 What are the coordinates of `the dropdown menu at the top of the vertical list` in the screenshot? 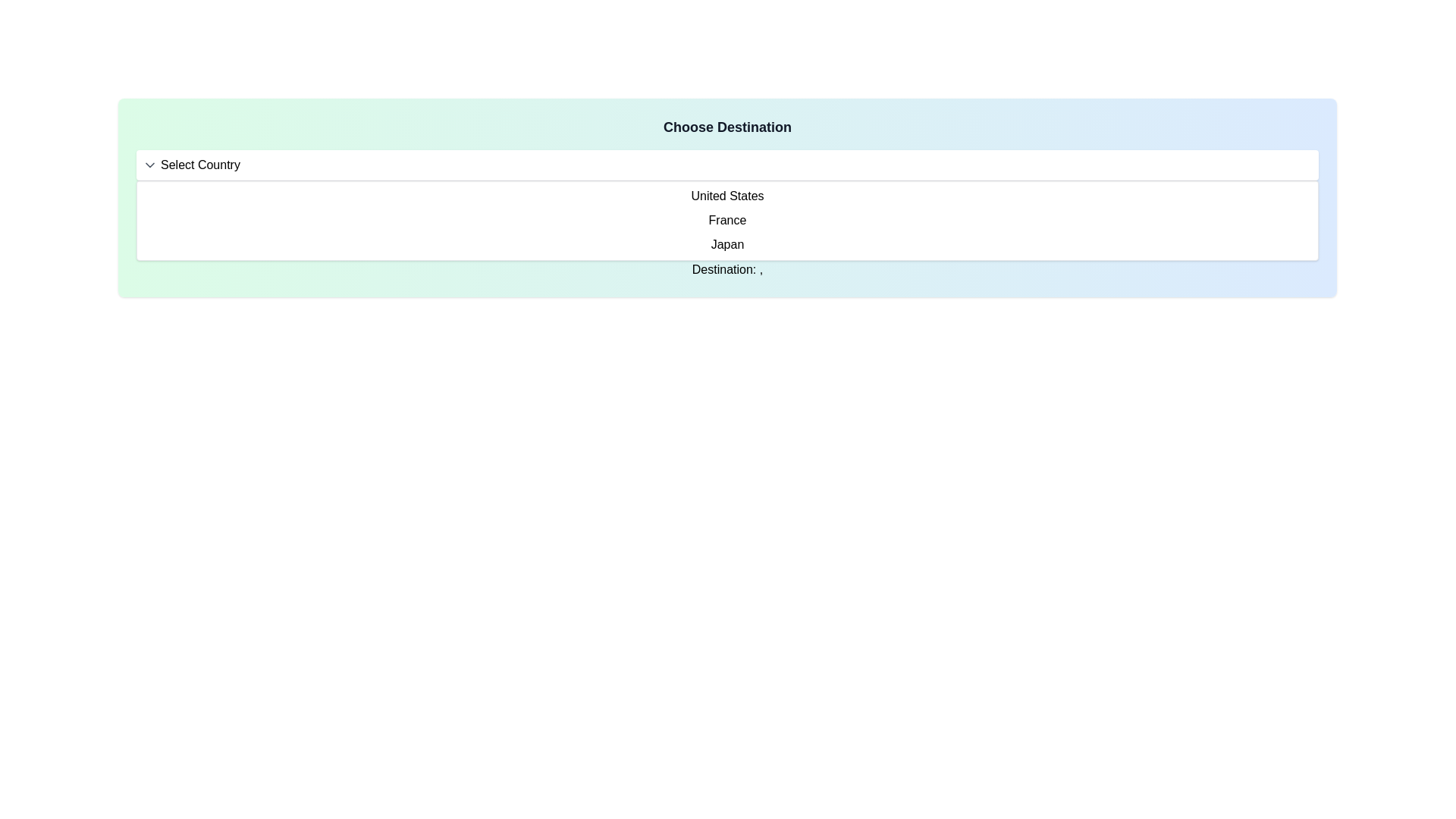 It's located at (726, 165).